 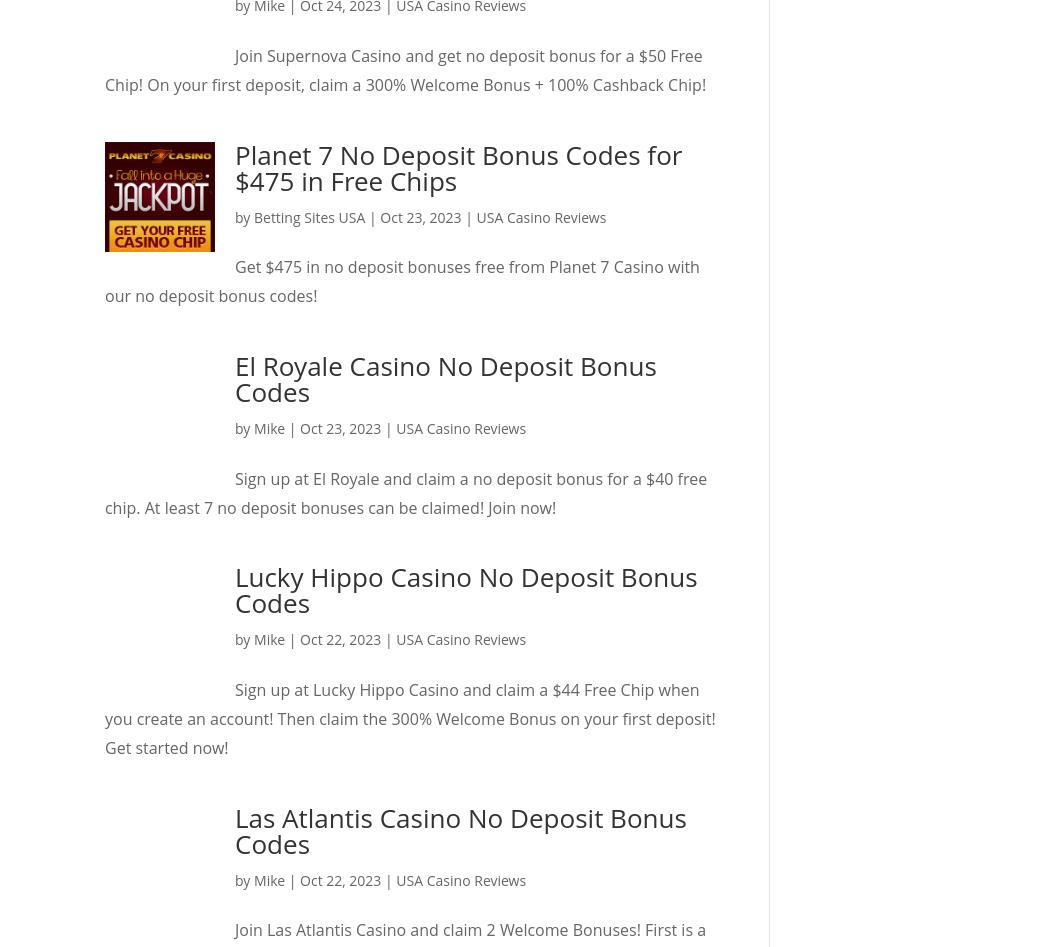 I want to click on 'Join Supernova Casino and get no deposit bonus for a $50 Free Chip! On your first deposit, claim a 300% Welcome Bonus + 100% Cashback Chip!', so click(x=405, y=69).